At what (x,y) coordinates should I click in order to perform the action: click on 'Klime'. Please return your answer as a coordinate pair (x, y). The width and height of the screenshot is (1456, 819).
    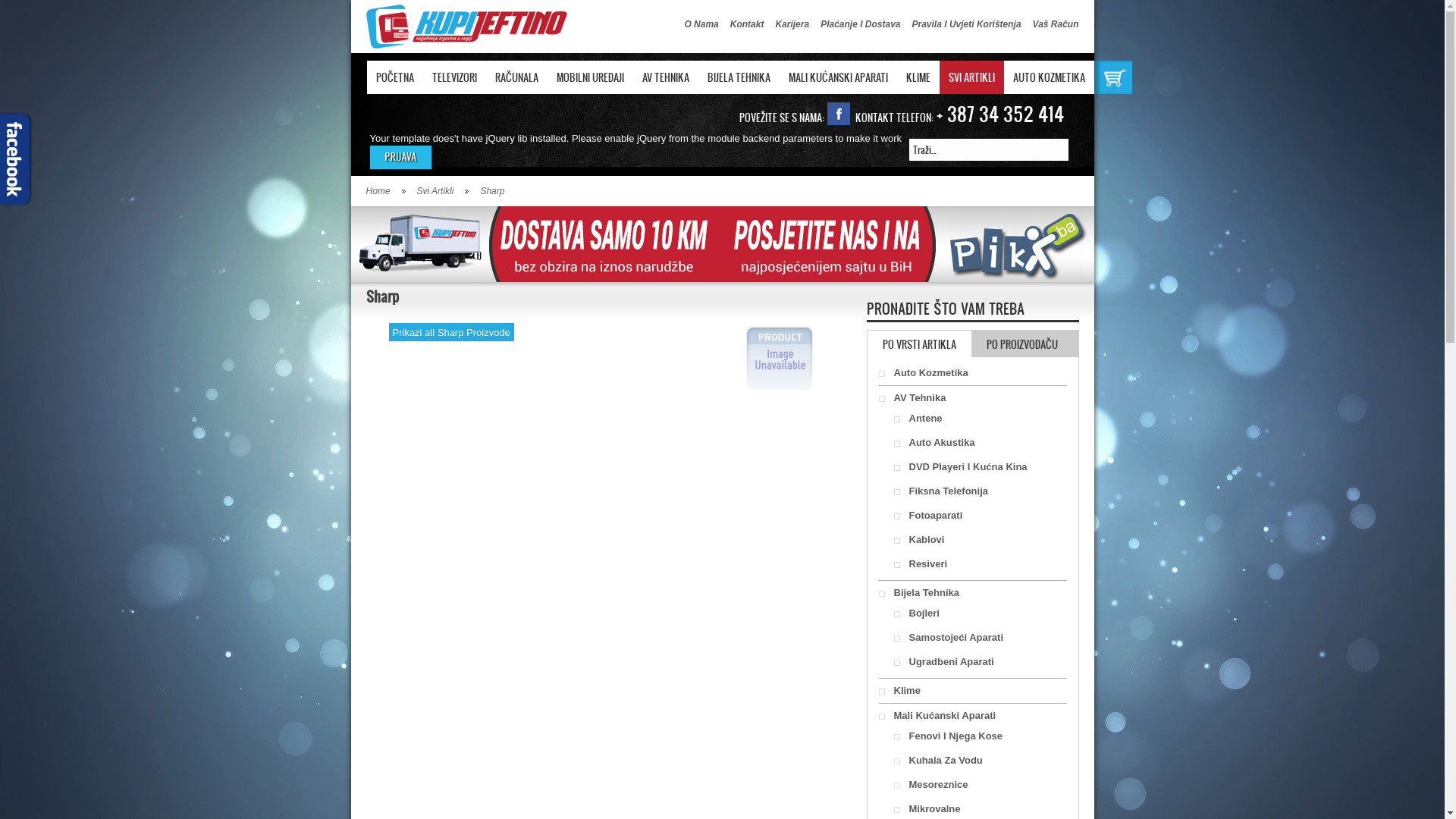
    Looking at the image, I should click on (975, 690).